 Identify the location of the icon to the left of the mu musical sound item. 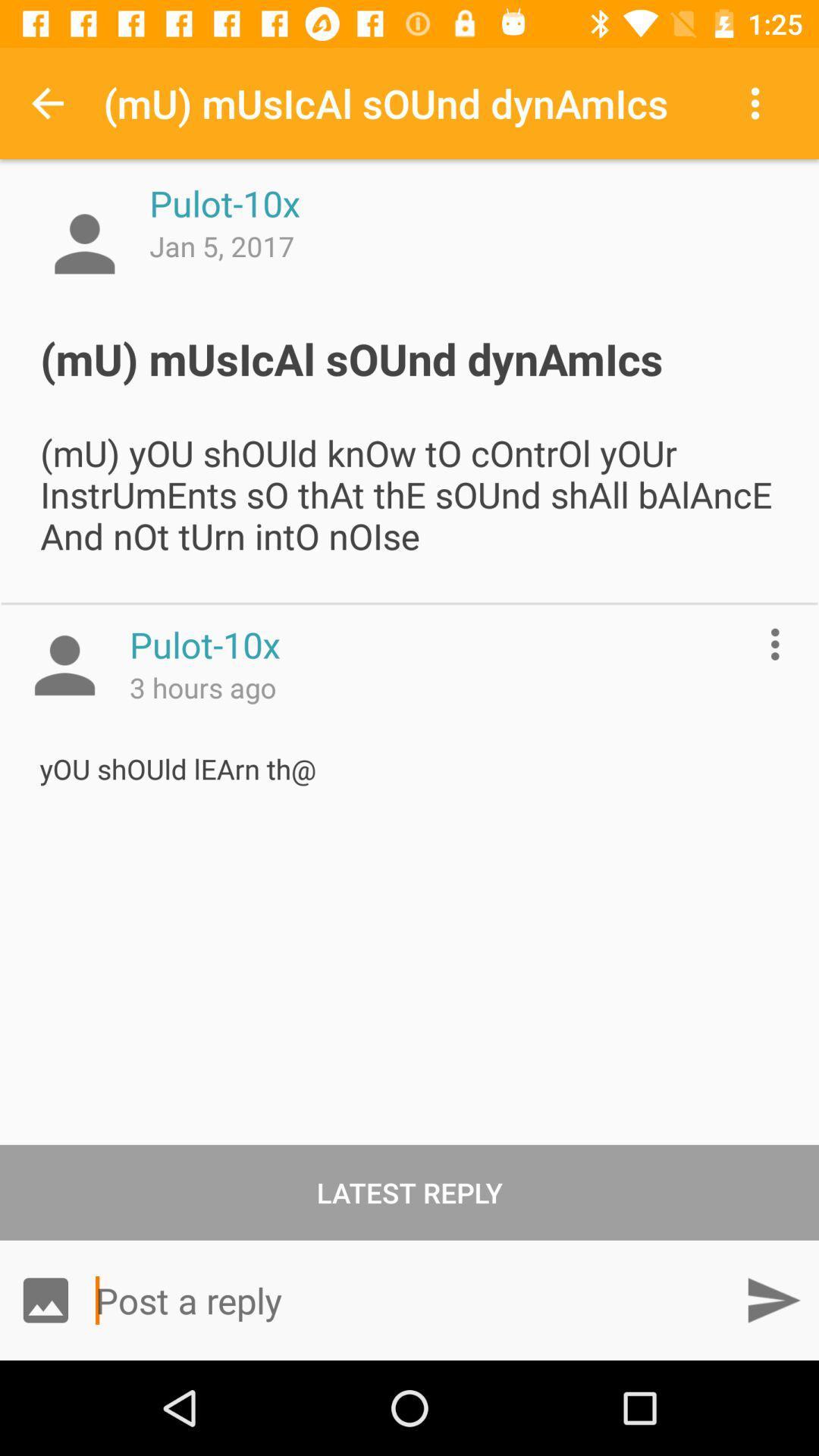
(46, 102).